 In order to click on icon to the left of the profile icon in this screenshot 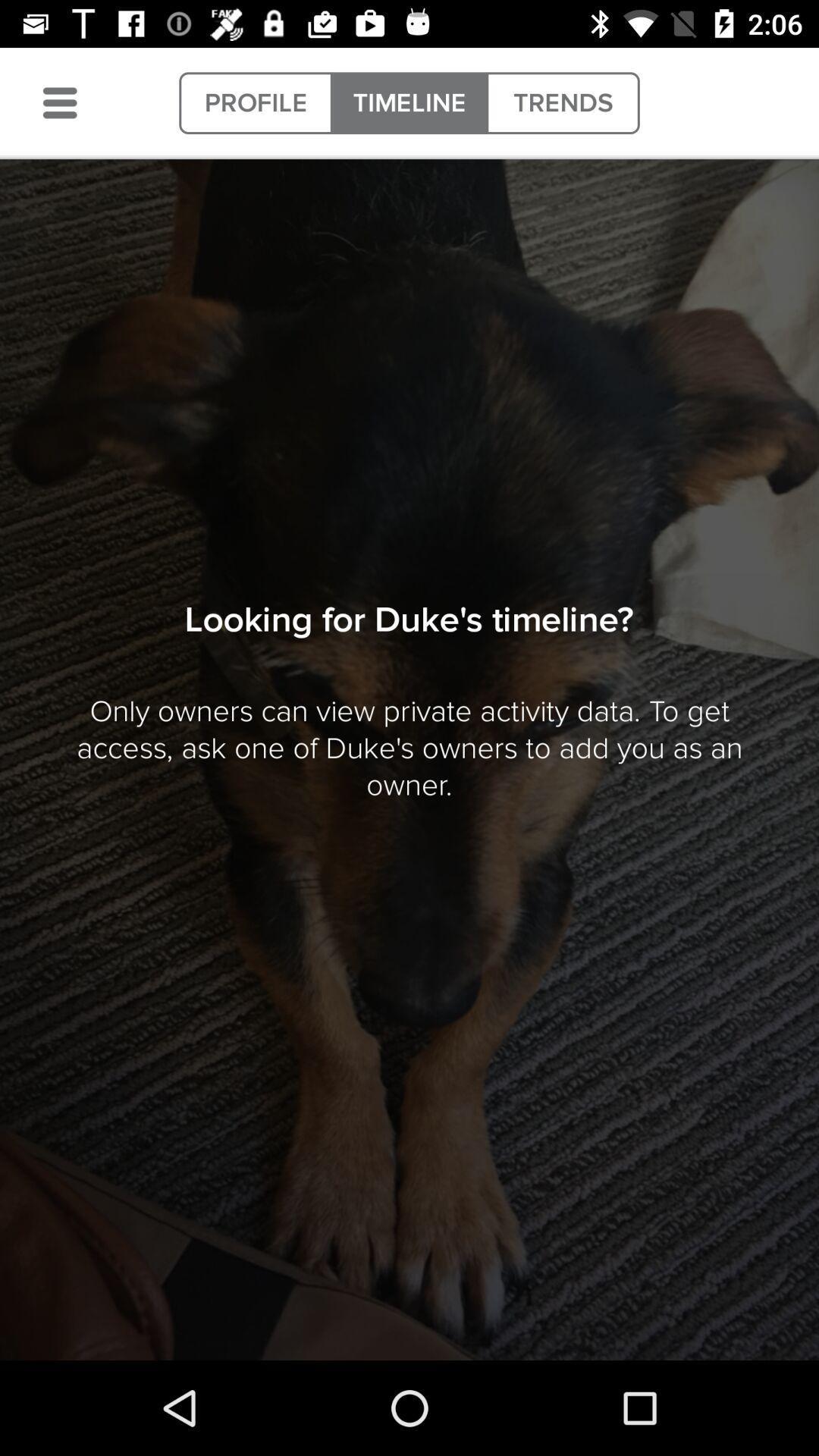, I will do `click(59, 102)`.